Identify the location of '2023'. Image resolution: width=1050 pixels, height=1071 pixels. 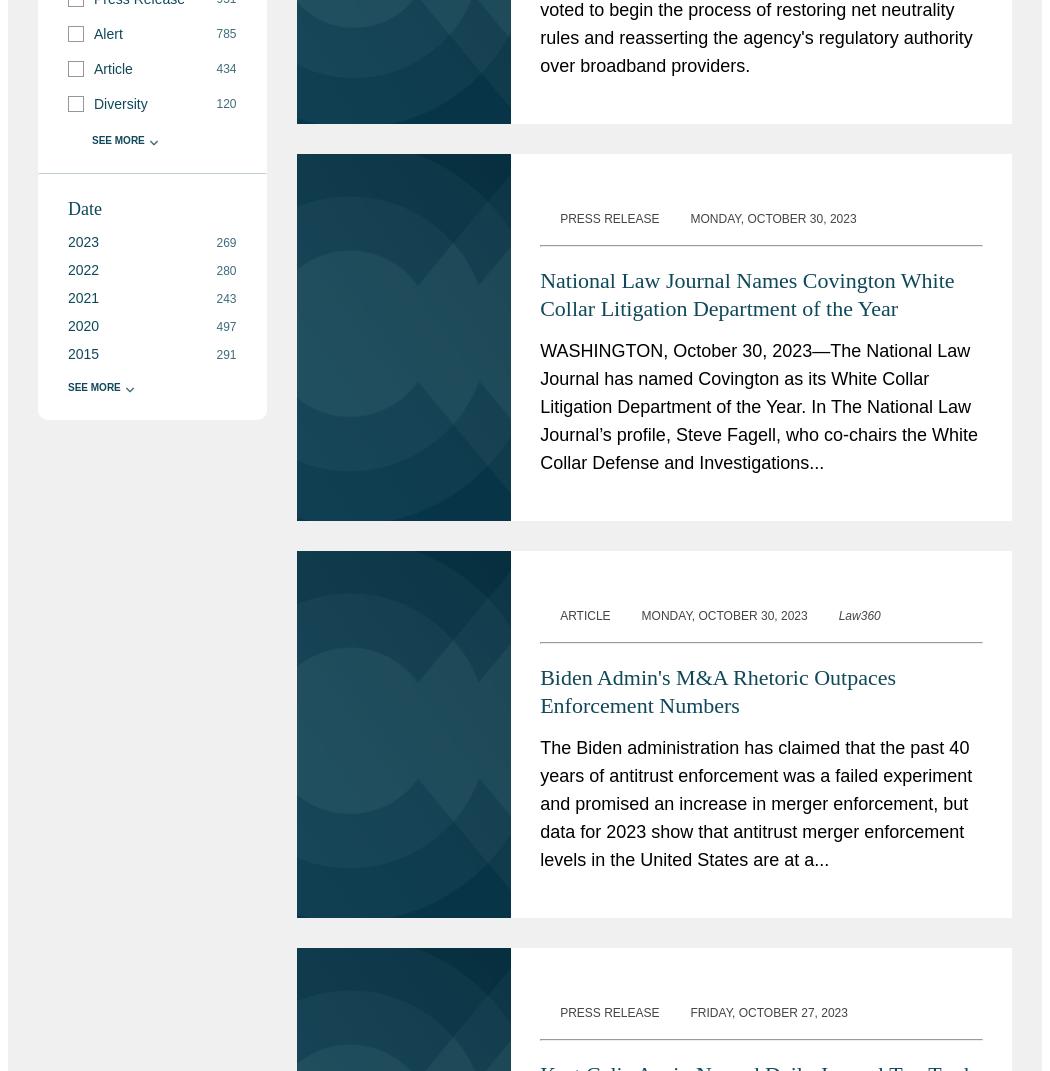
(83, 242).